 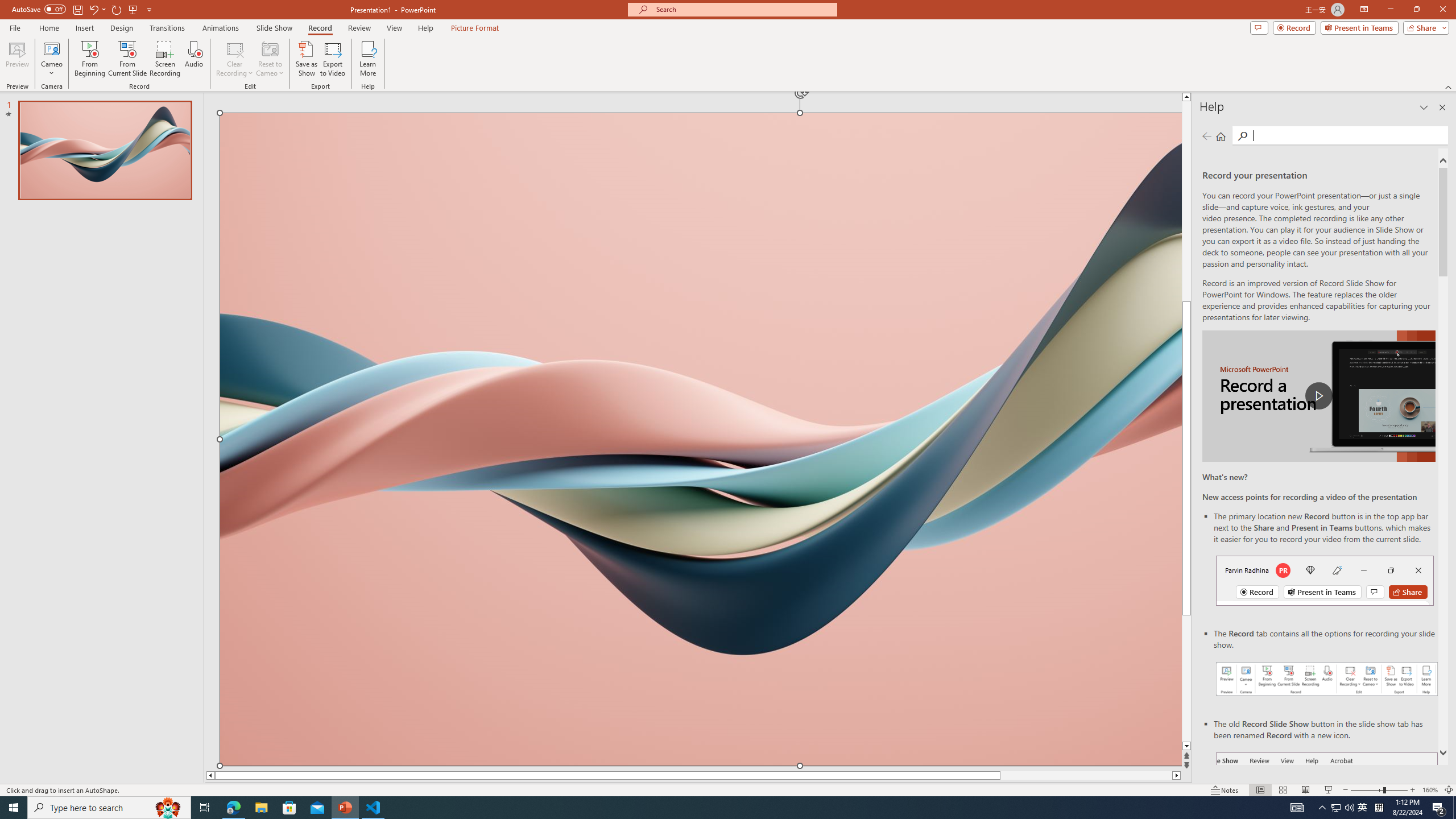 I want to click on 'Cameo', so click(x=51, y=48).